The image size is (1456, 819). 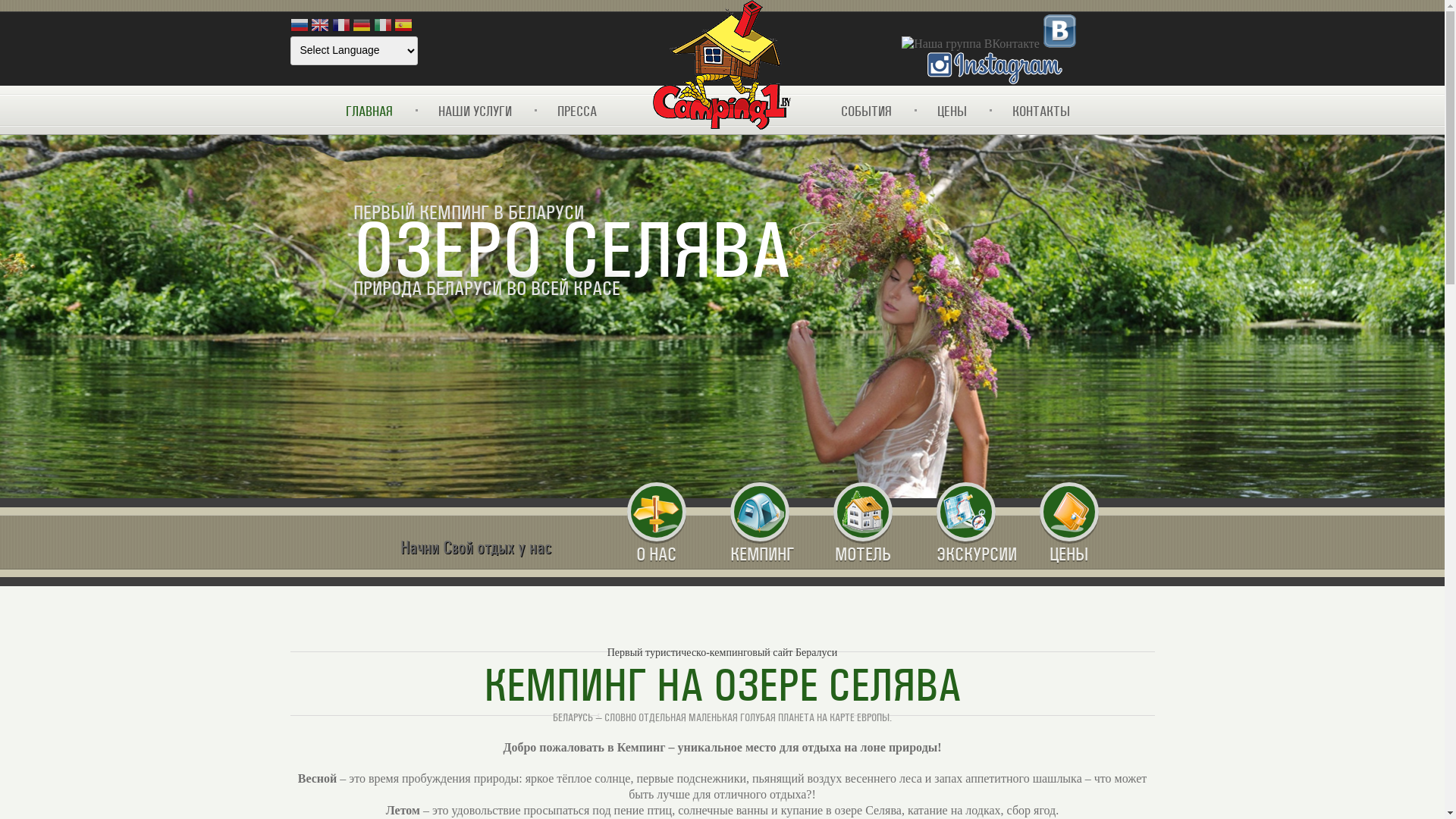 I want to click on 'English', so click(x=309, y=26).